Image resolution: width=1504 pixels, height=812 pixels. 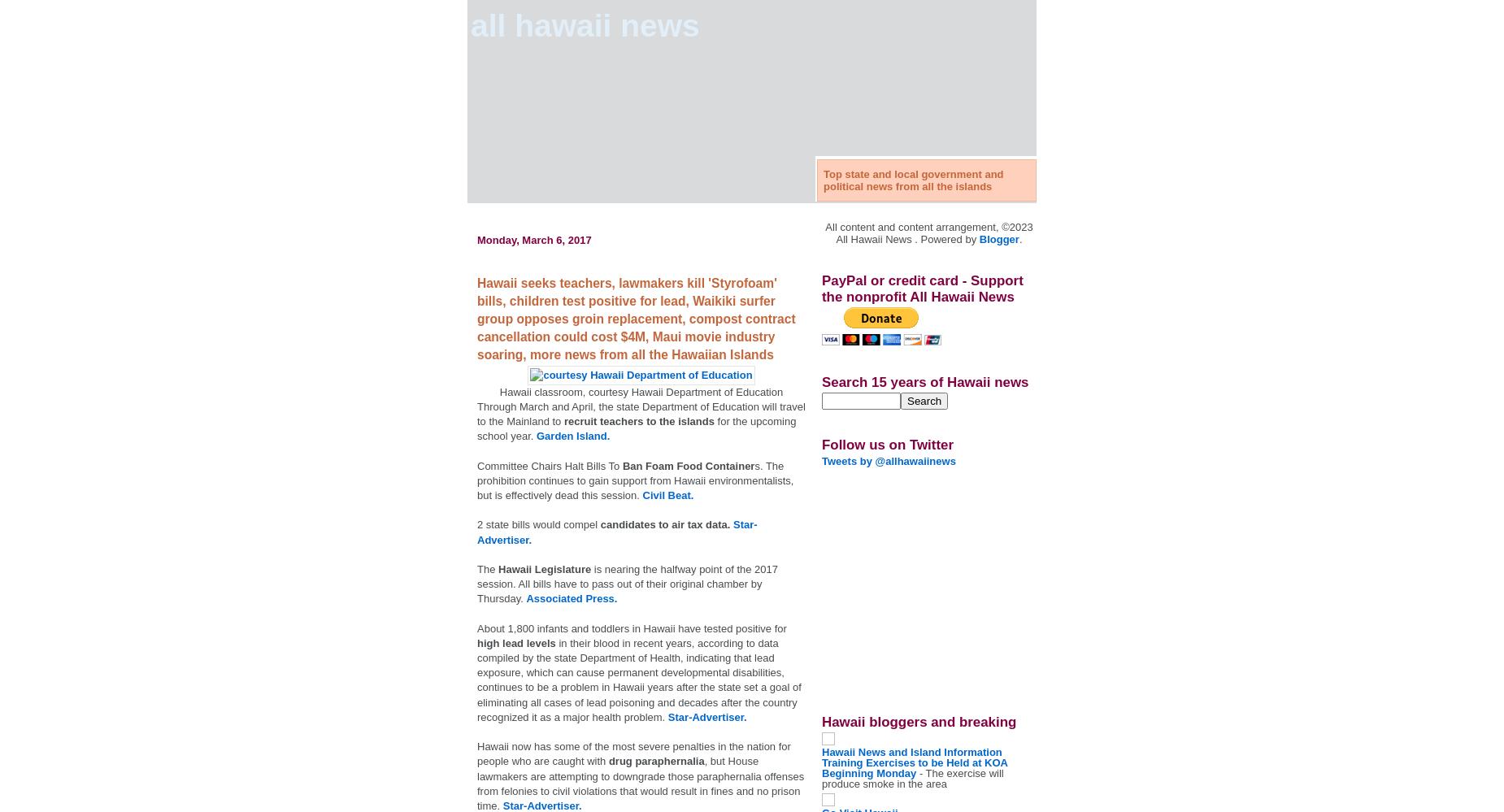 What do you see at coordinates (477, 753) in the screenshot?
I see `'Hawaii now has some of the most severe penalties in the nation for people who are caught with'` at bounding box center [477, 753].